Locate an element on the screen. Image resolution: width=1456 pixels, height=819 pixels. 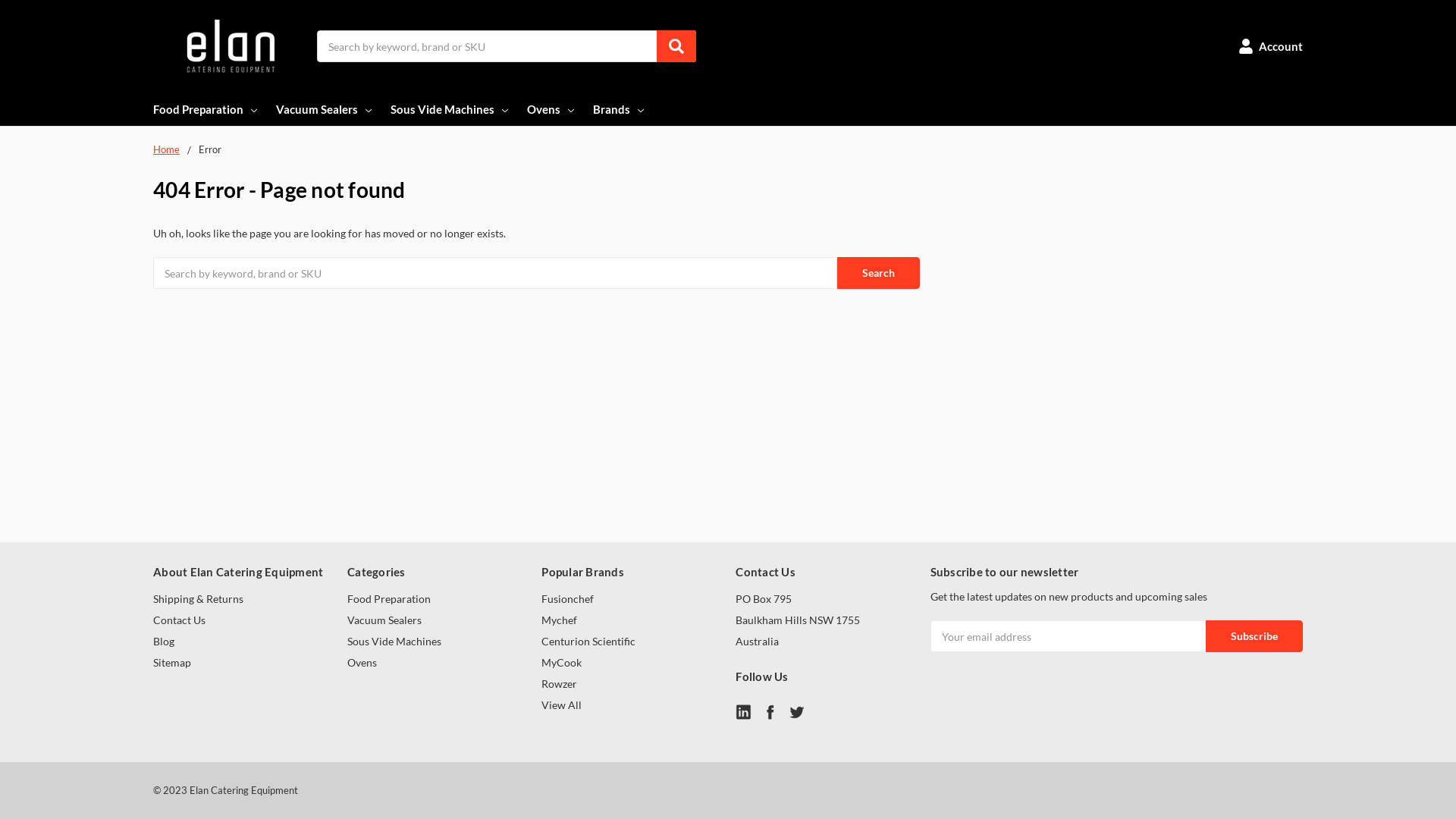
'Home' is located at coordinates (166, 149).